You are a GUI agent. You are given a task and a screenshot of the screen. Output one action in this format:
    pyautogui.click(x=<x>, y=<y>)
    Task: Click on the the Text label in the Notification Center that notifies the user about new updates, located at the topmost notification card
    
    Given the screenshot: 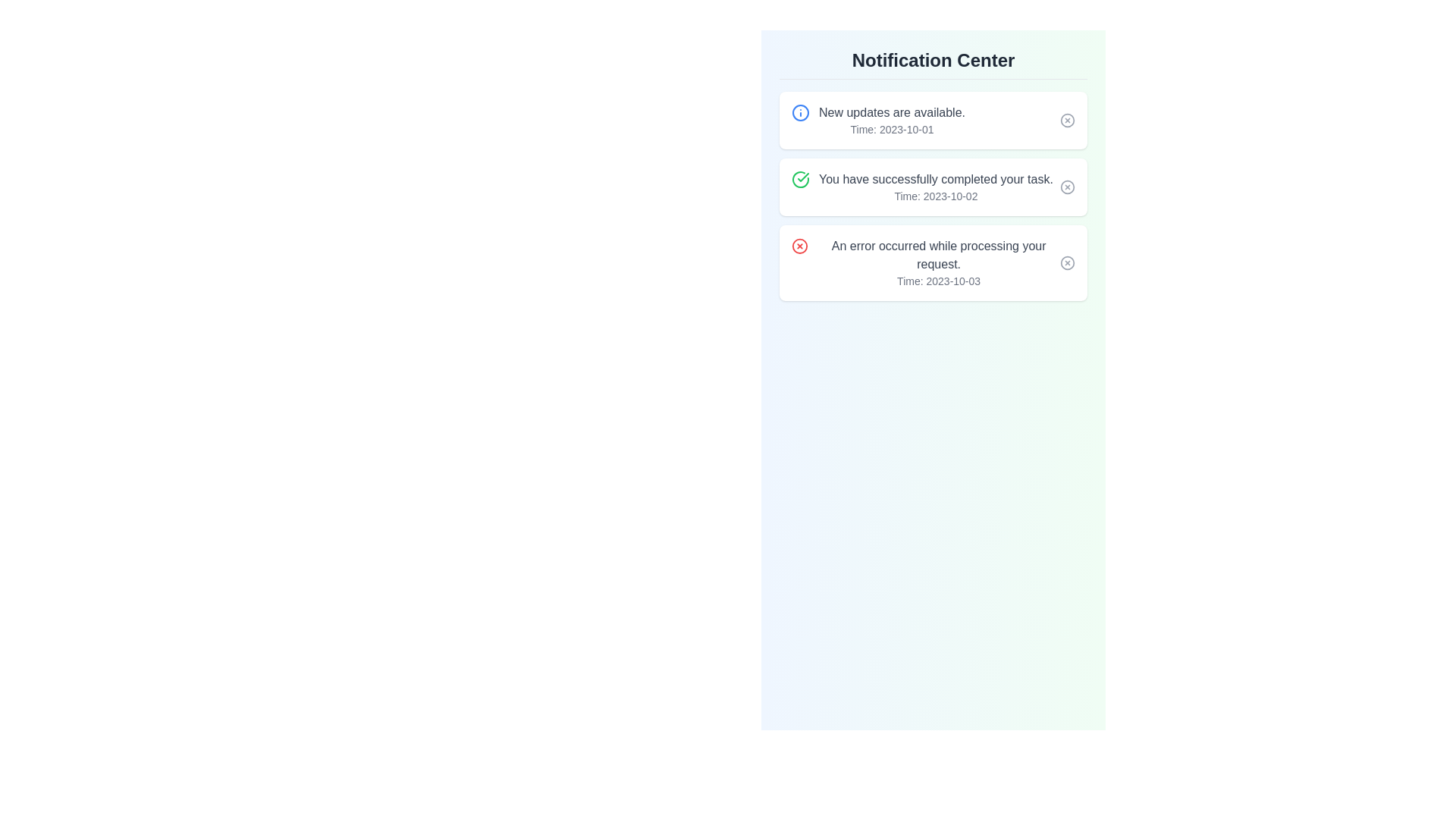 What is the action you would take?
    pyautogui.click(x=892, y=112)
    